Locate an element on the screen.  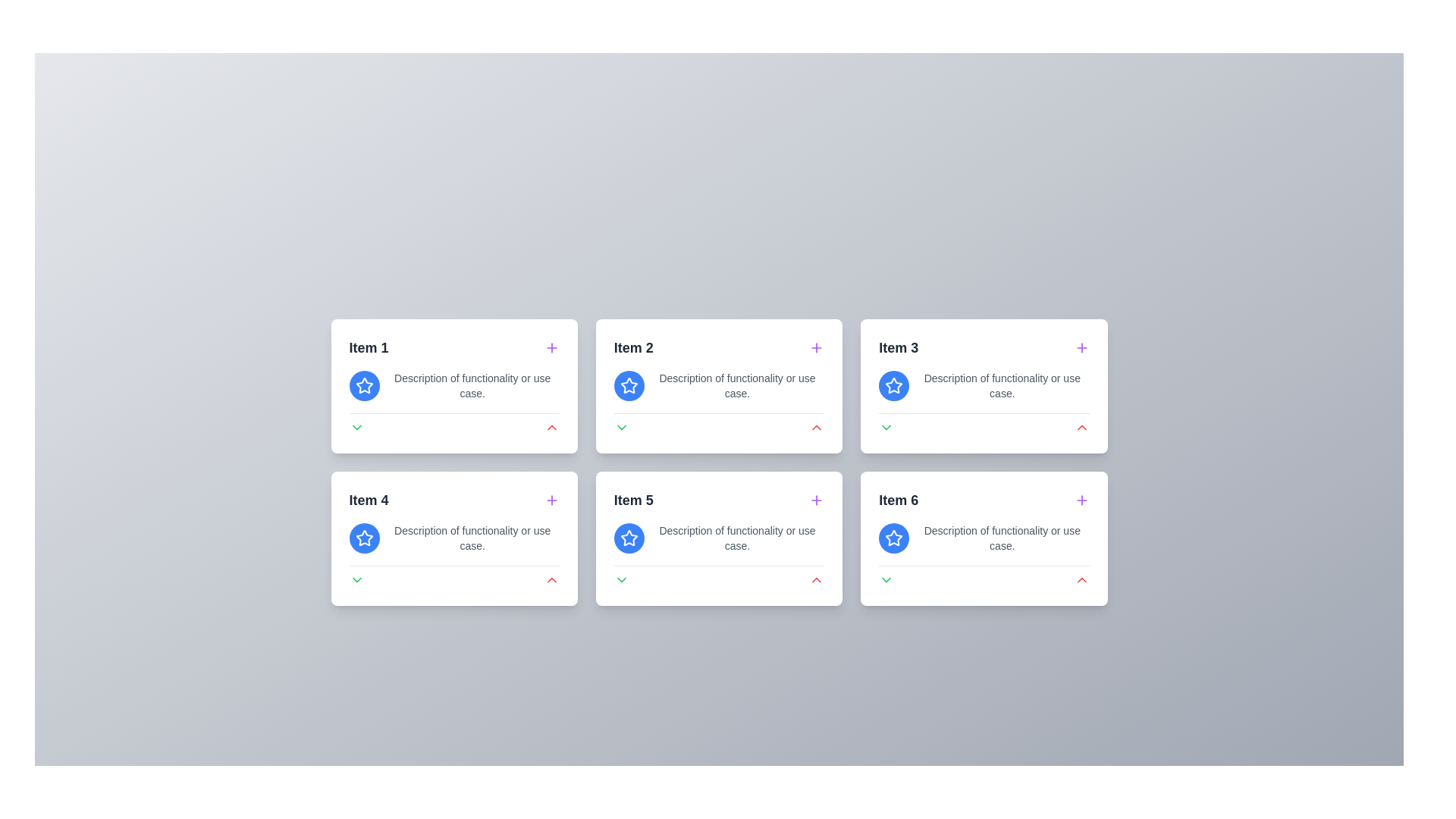
the circular blue icon with a white star in the center, located in the second row, first column of the grid under the card labeled 'Item 5' is located at coordinates (629, 537).